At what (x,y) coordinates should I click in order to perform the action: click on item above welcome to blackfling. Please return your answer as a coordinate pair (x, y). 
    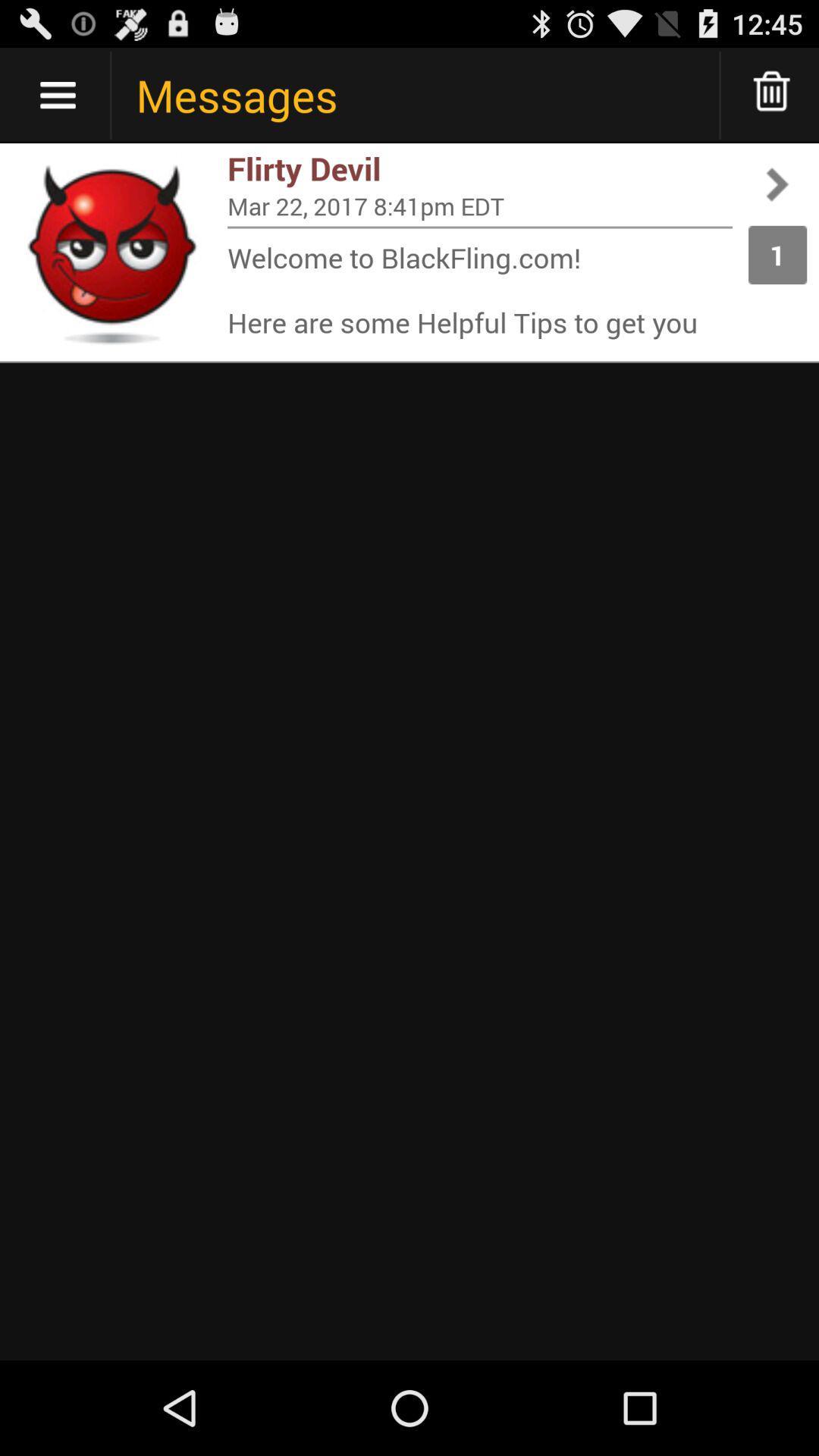
    Looking at the image, I should click on (479, 226).